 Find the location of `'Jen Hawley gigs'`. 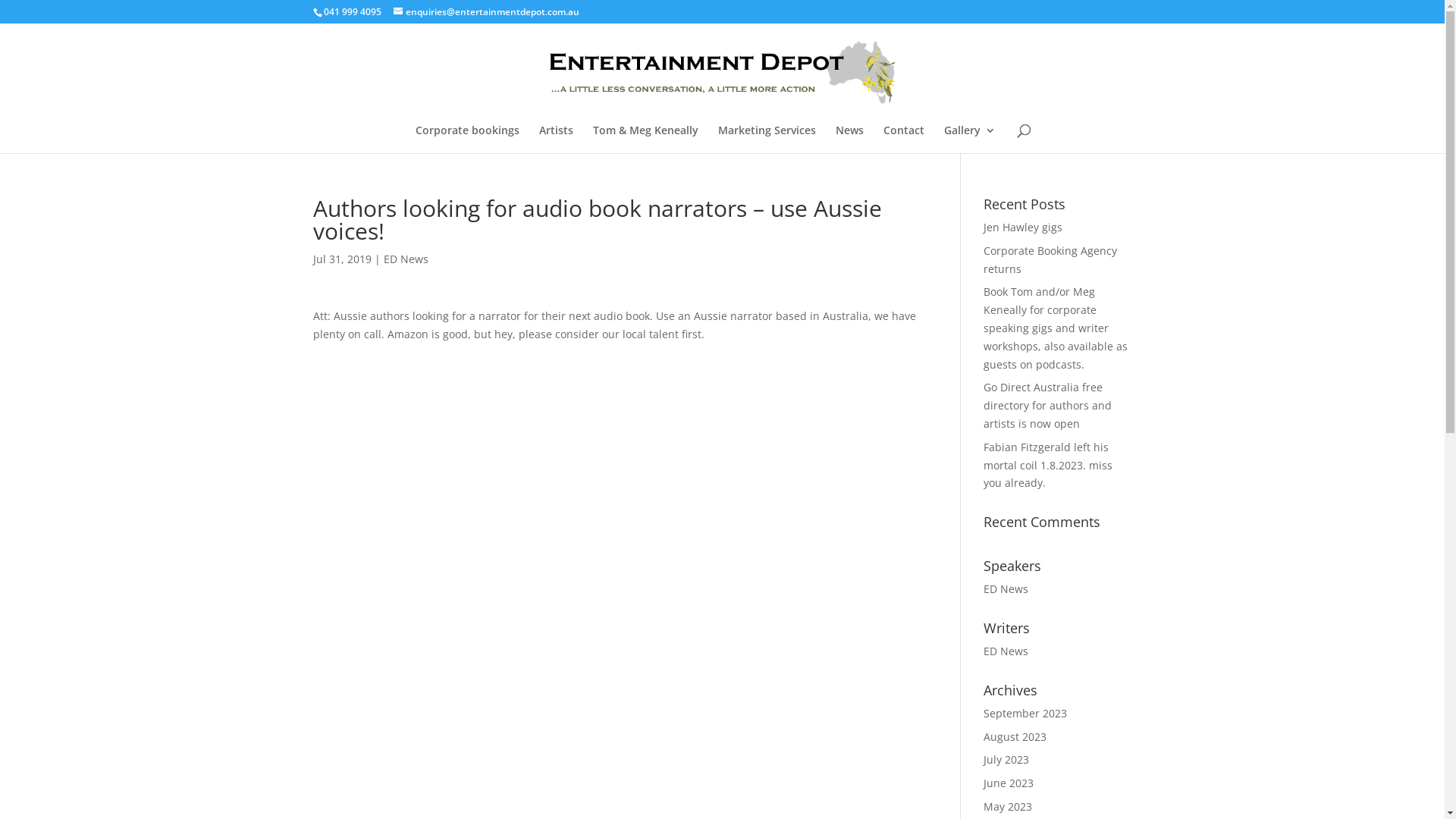

'Jen Hawley gigs' is located at coordinates (1022, 227).